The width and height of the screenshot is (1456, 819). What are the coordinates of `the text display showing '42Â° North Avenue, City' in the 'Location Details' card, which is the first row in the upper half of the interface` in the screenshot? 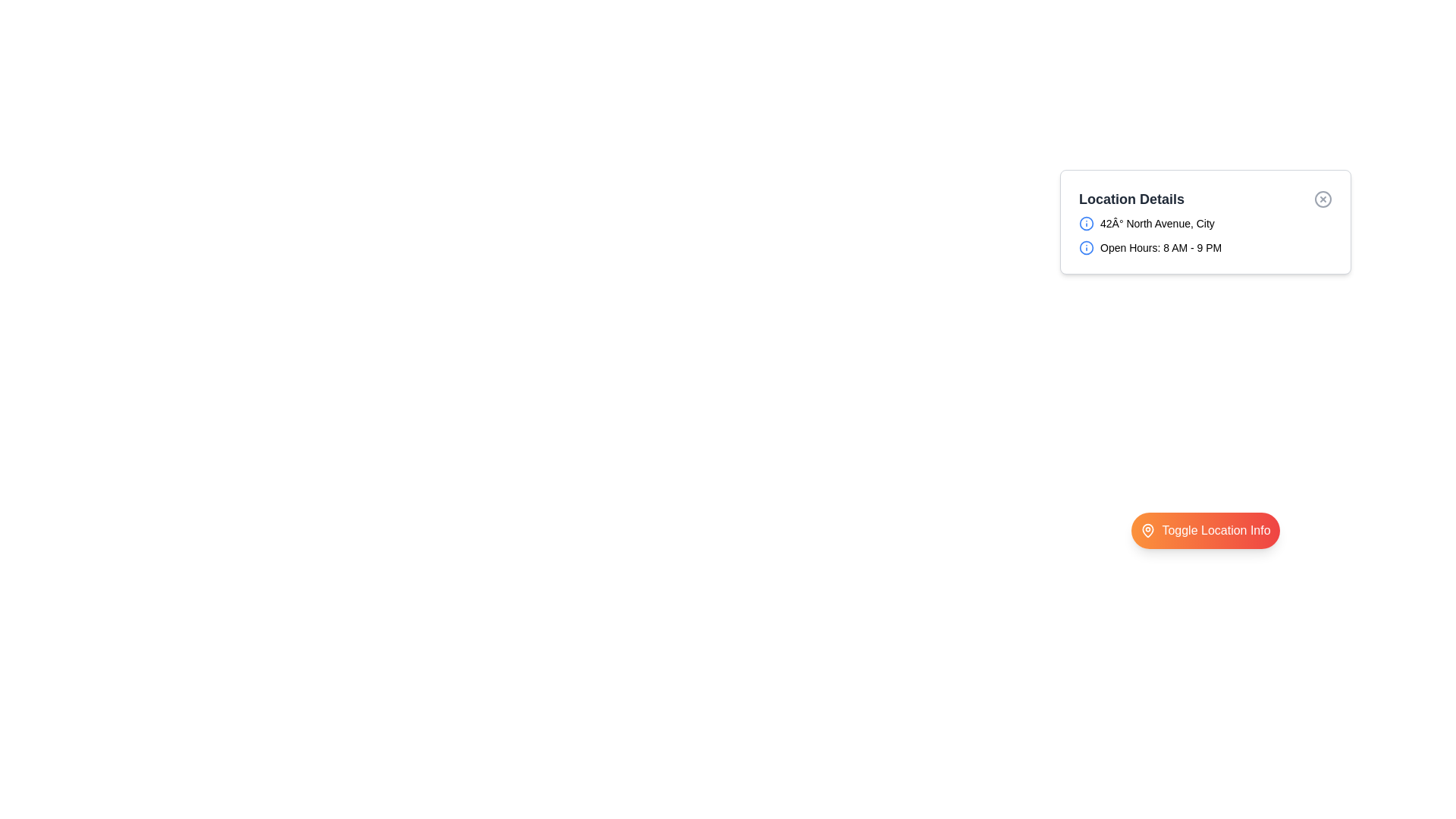 It's located at (1204, 223).